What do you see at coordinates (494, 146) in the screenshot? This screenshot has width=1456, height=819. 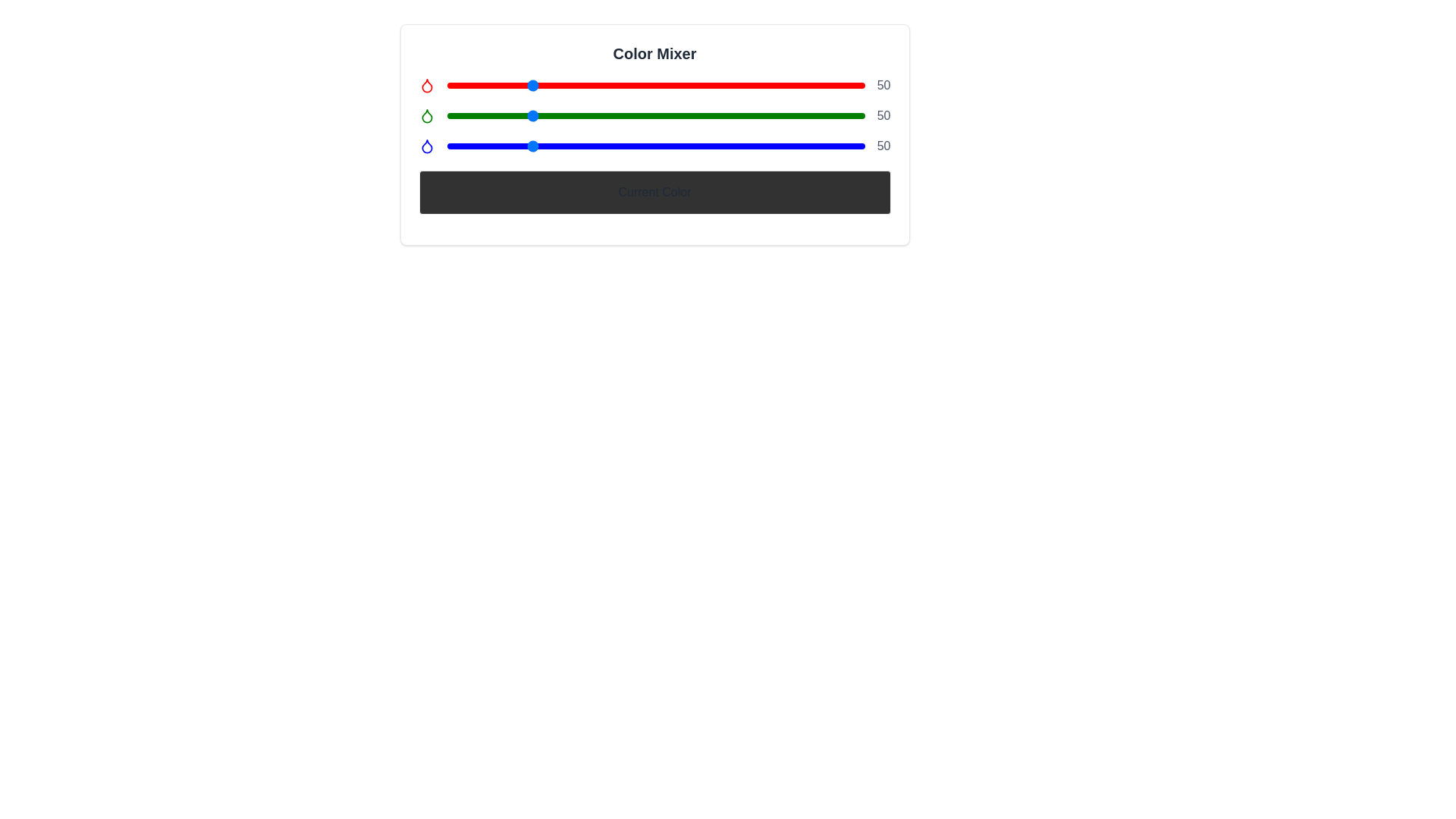 I see `the blue slider to set its value to 29` at bounding box center [494, 146].